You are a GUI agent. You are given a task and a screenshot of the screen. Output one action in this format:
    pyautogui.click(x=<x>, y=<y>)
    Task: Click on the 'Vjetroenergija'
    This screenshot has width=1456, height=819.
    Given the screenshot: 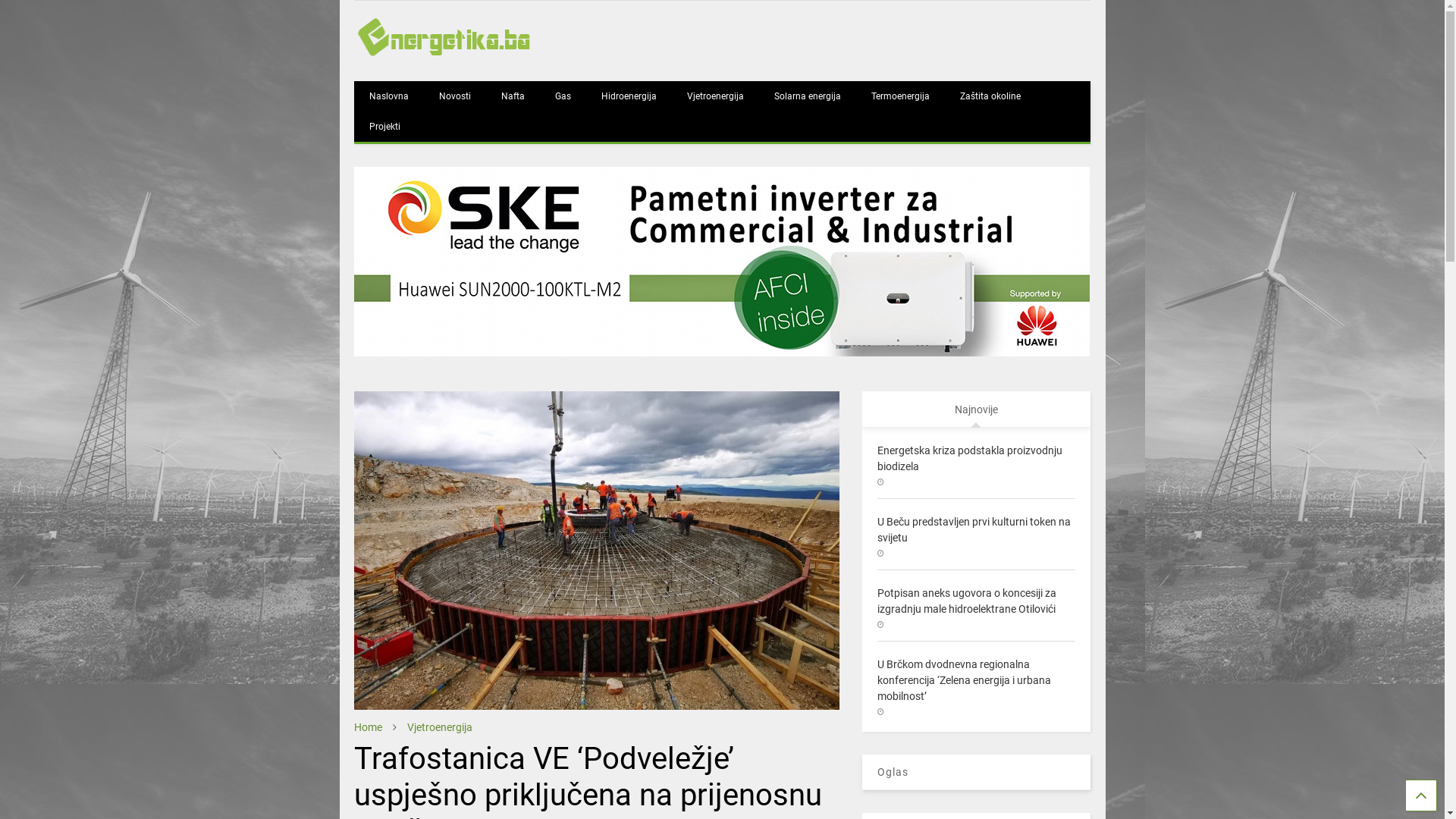 What is the action you would take?
    pyautogui.click(x=671, y=96)
    